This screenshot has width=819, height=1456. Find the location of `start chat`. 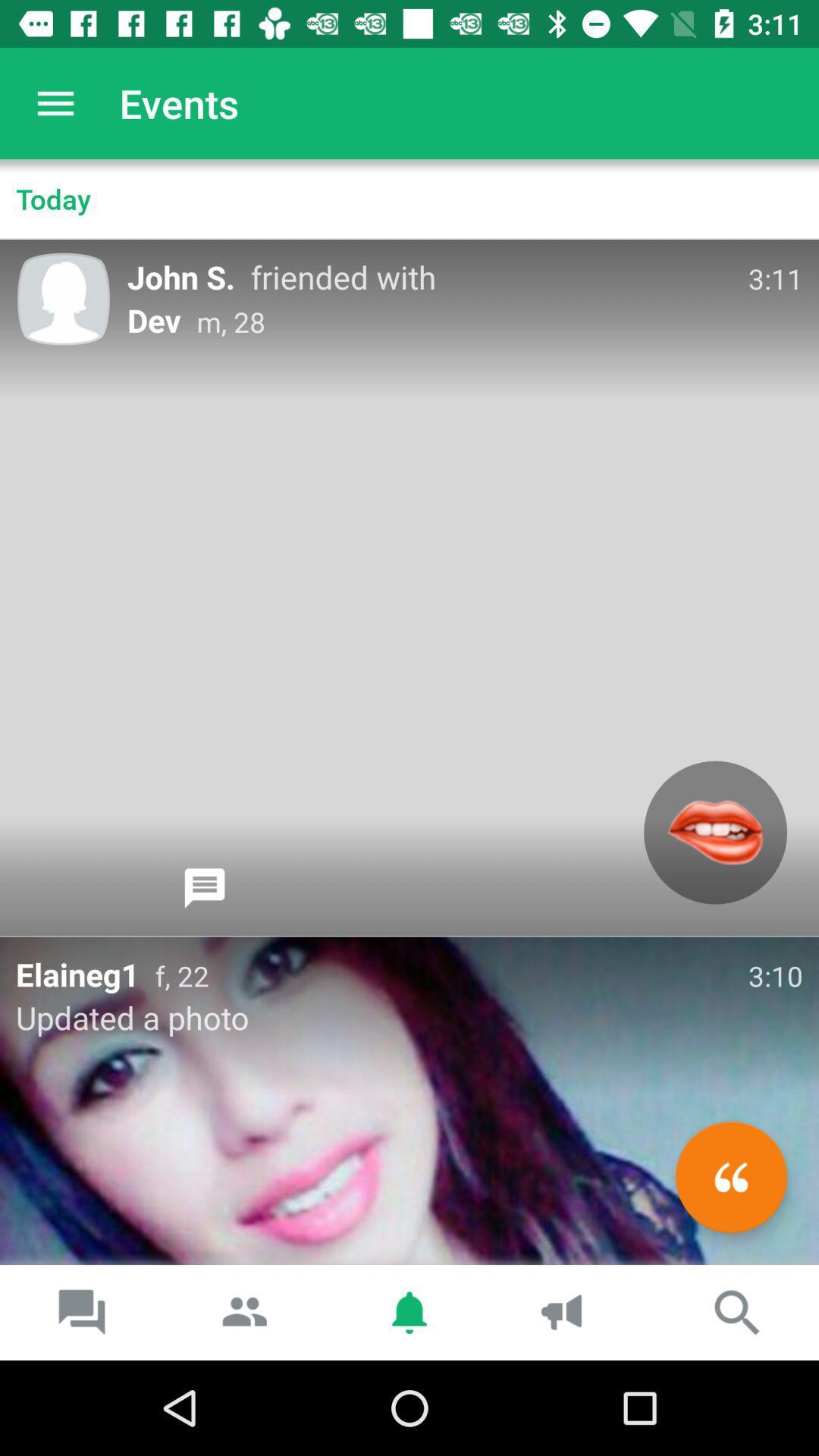

start chat is located at coordinates (205, 888).